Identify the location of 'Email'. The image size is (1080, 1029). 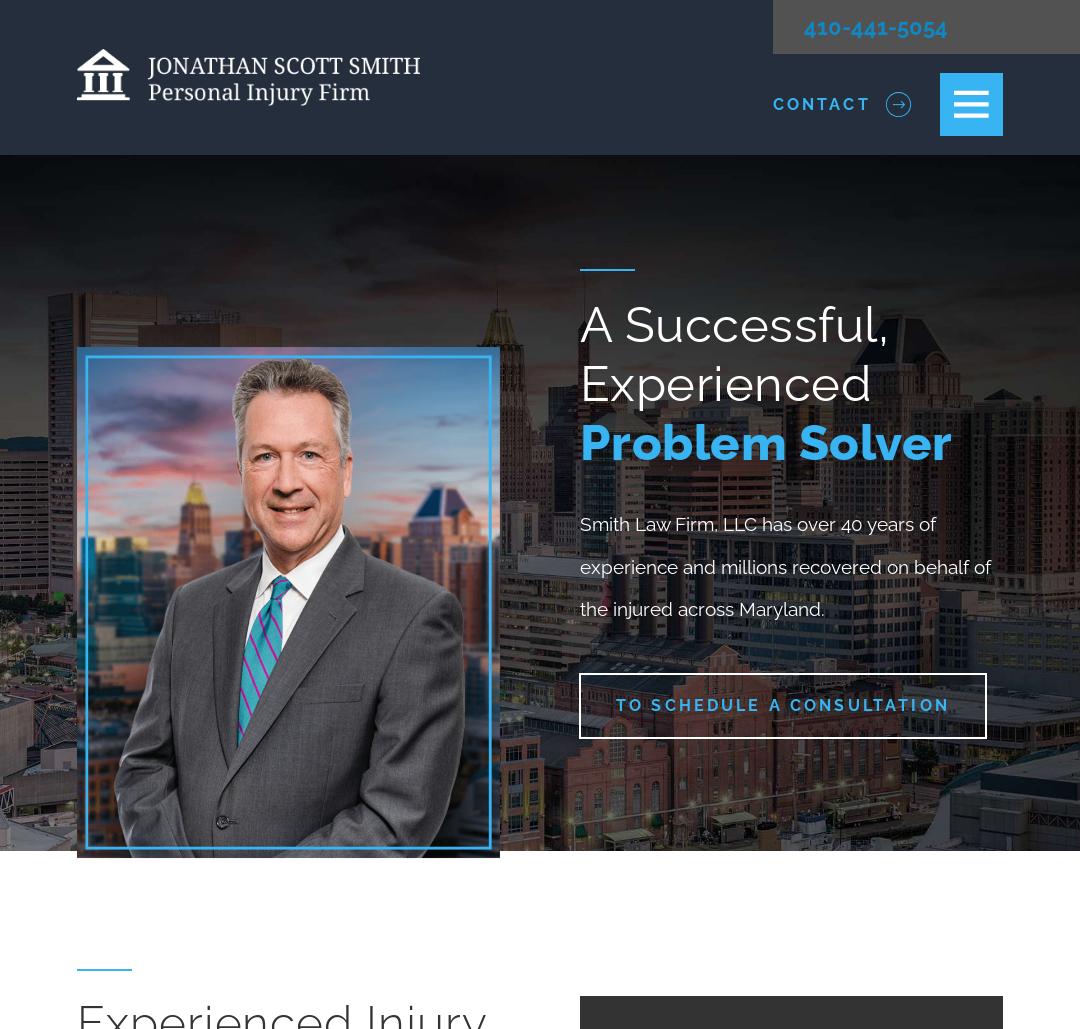
(326, 484).